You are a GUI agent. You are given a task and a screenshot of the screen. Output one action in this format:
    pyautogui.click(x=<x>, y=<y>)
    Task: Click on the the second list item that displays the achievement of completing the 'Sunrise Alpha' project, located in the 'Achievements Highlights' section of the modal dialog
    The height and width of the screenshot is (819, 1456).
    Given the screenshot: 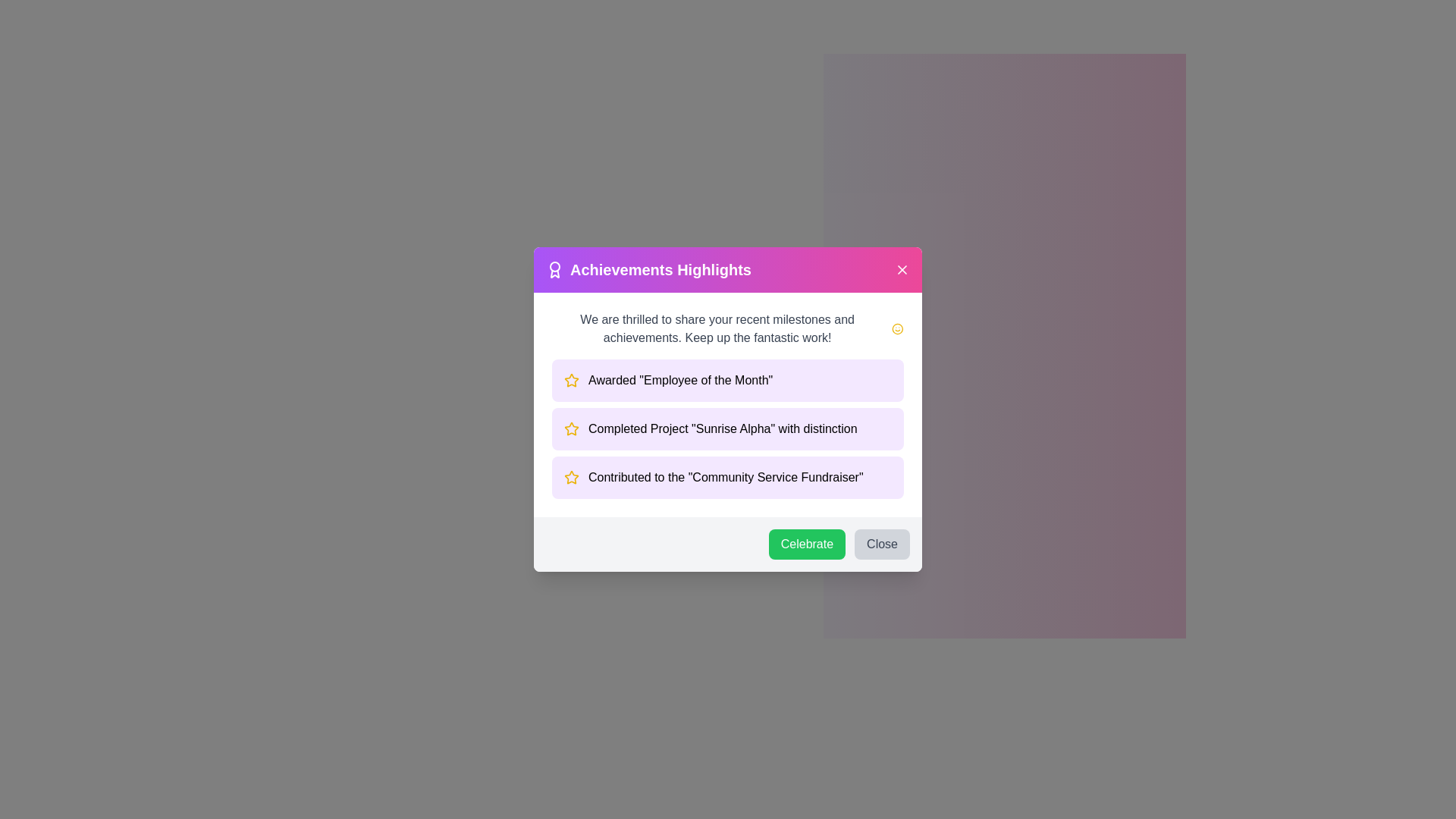 What is the action you would take?
    pyautogui.click(x=728, y=429)
    